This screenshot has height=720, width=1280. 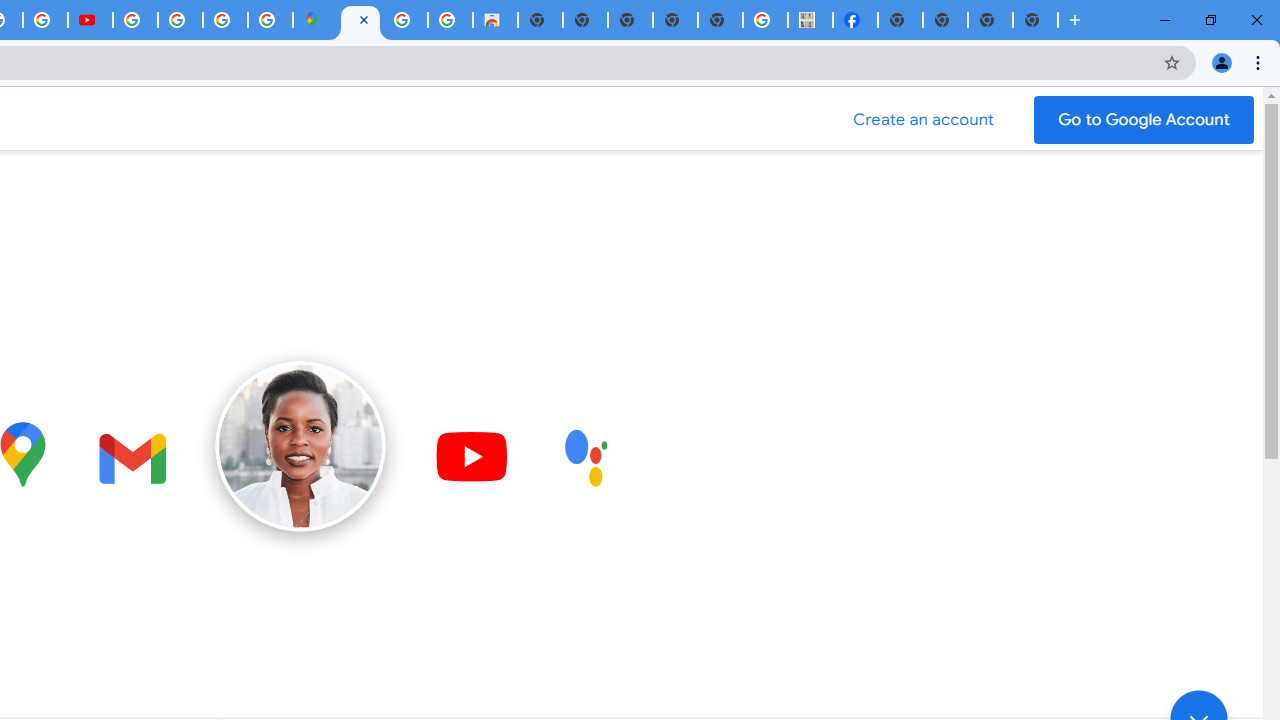 I want to click on 'Subscriptions - YouTube', so click(x=89, y=20).